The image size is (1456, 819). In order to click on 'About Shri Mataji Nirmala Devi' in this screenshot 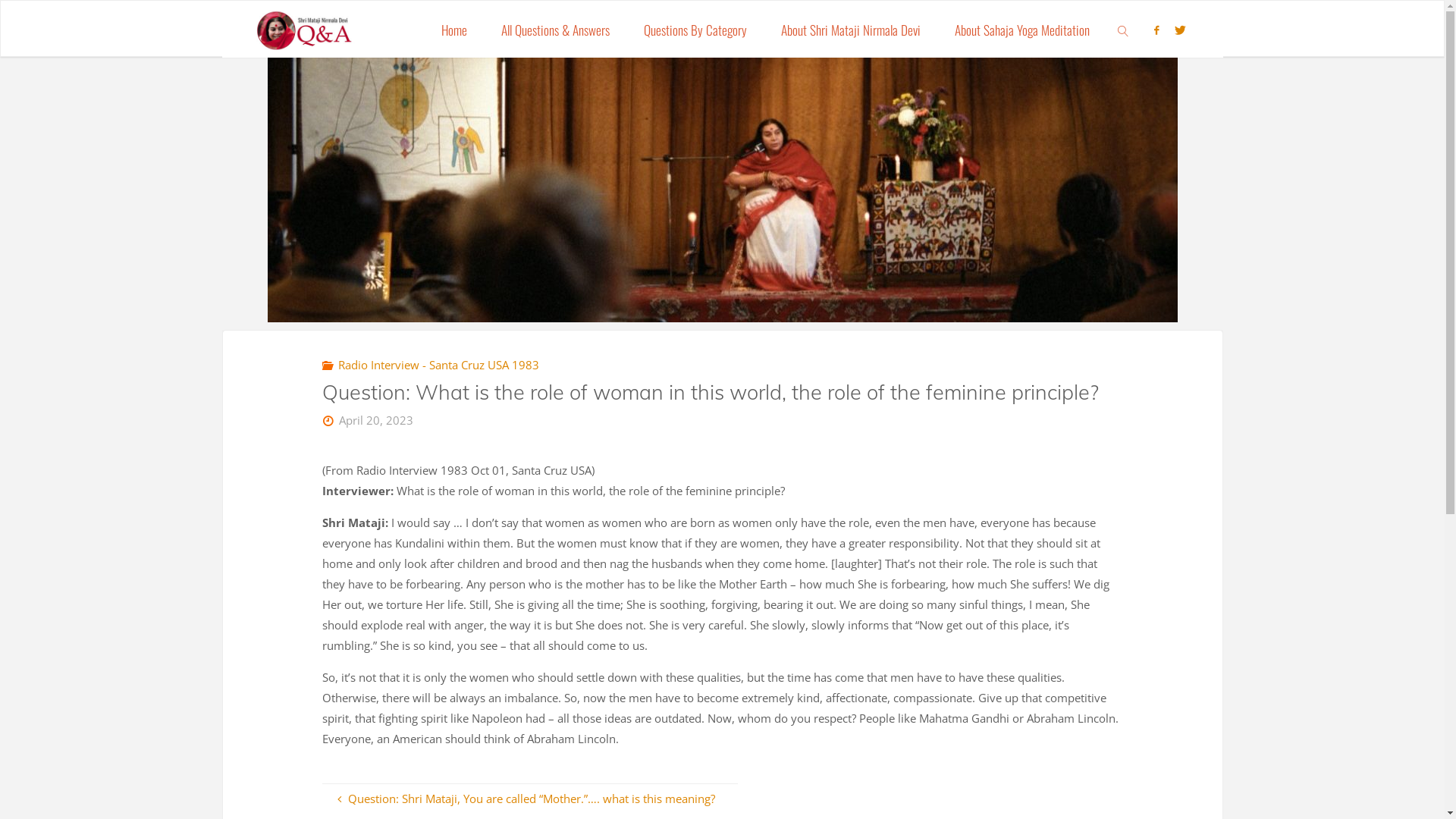, I will do `click(850, 29)`.